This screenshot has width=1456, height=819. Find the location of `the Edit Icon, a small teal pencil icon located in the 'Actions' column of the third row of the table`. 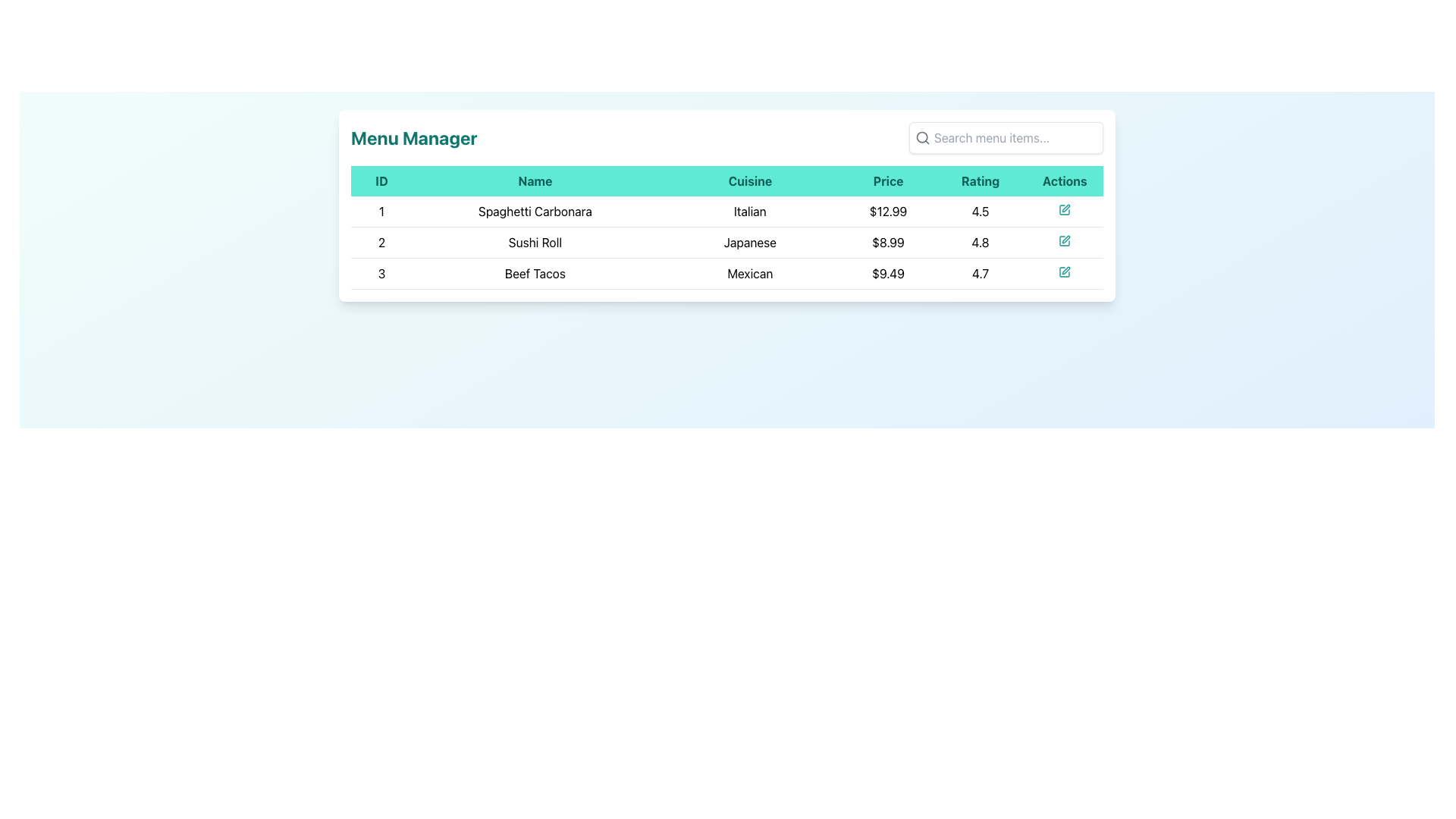

the Edit Icon, a small teal pencil icon located in the 'Actions' column of the third row of the table is located at coordinates (1064, 274).